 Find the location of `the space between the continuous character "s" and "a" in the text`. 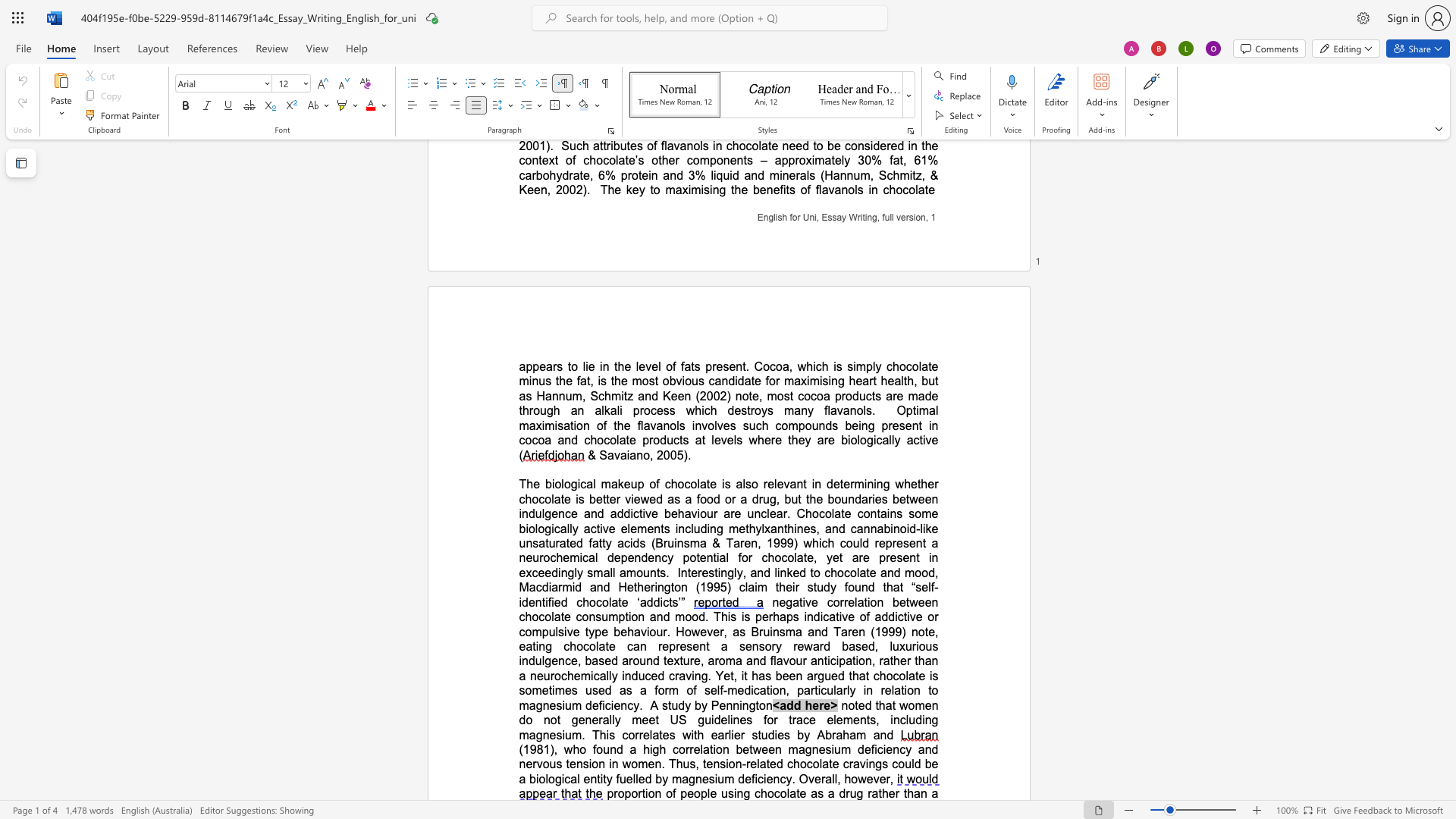

the space between the continuous character "s" and "a" in the text is located at coordinates (836, 217).